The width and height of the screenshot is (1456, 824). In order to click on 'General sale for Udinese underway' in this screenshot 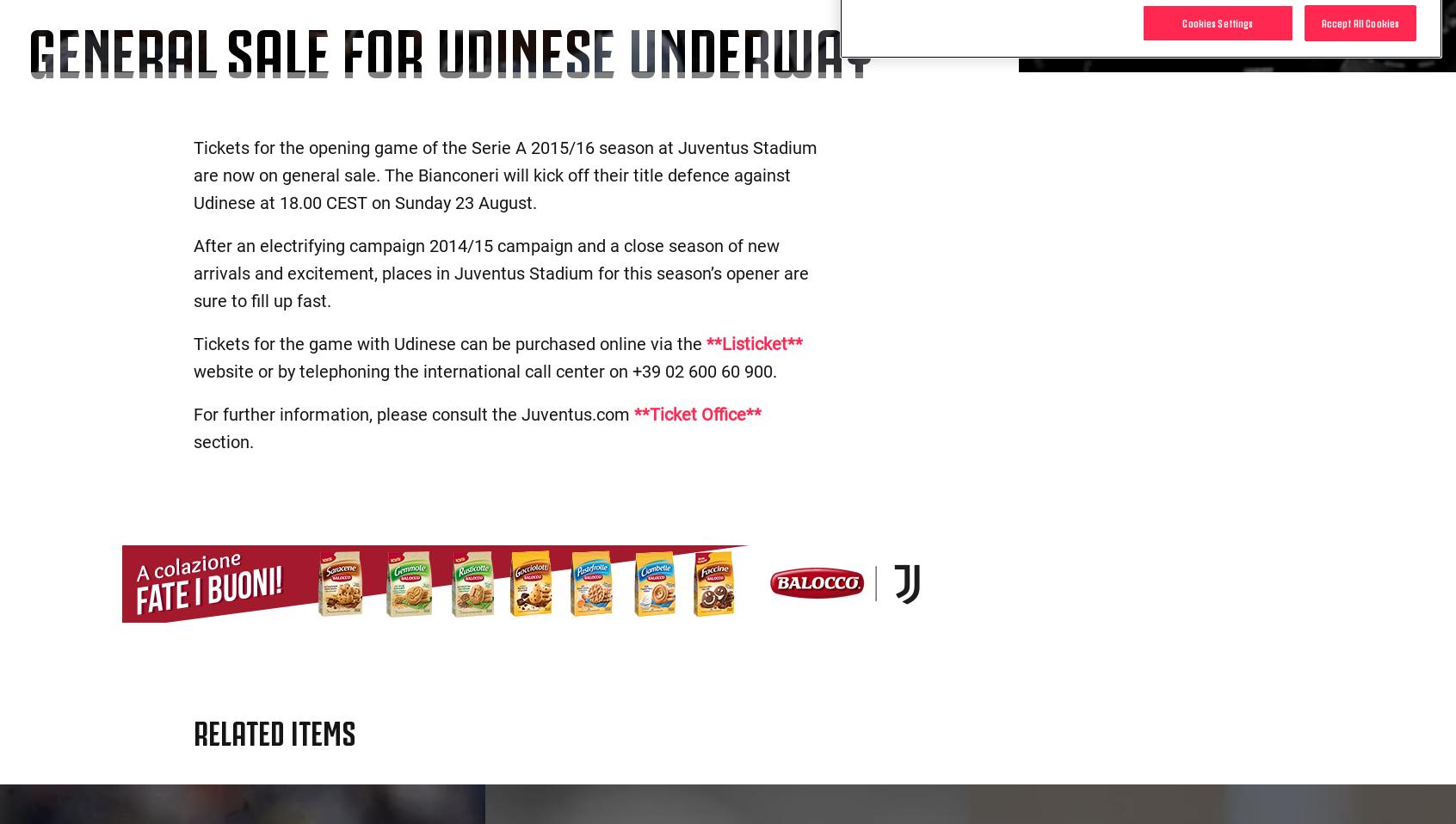, I will do `click(449, 46)`.